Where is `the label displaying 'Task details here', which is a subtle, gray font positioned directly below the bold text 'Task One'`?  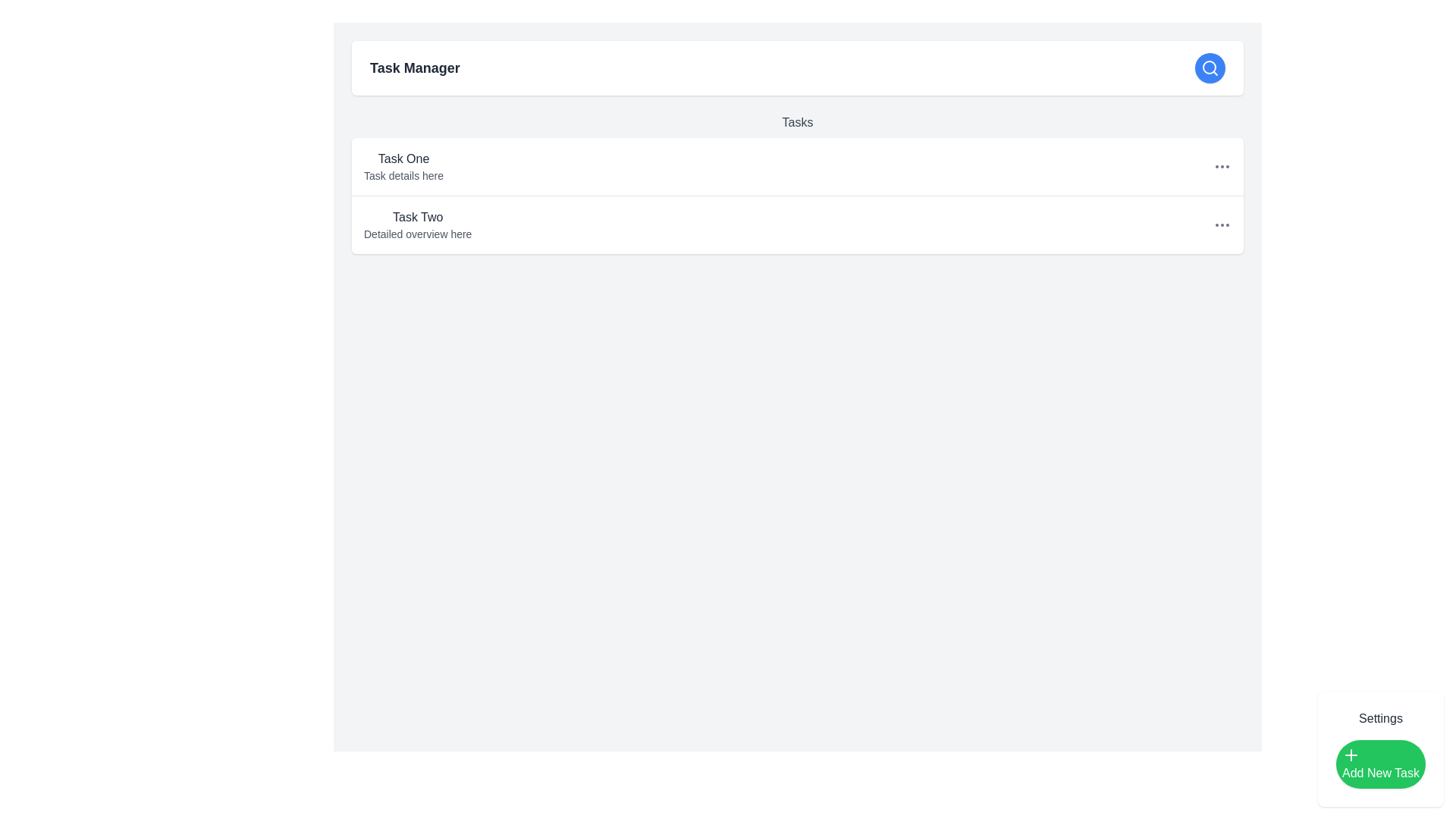 the label displaying 'Task details here', which is a subtle, gray font positioned directly below the bold text 'Task One' is located at coordinates (403, 174).